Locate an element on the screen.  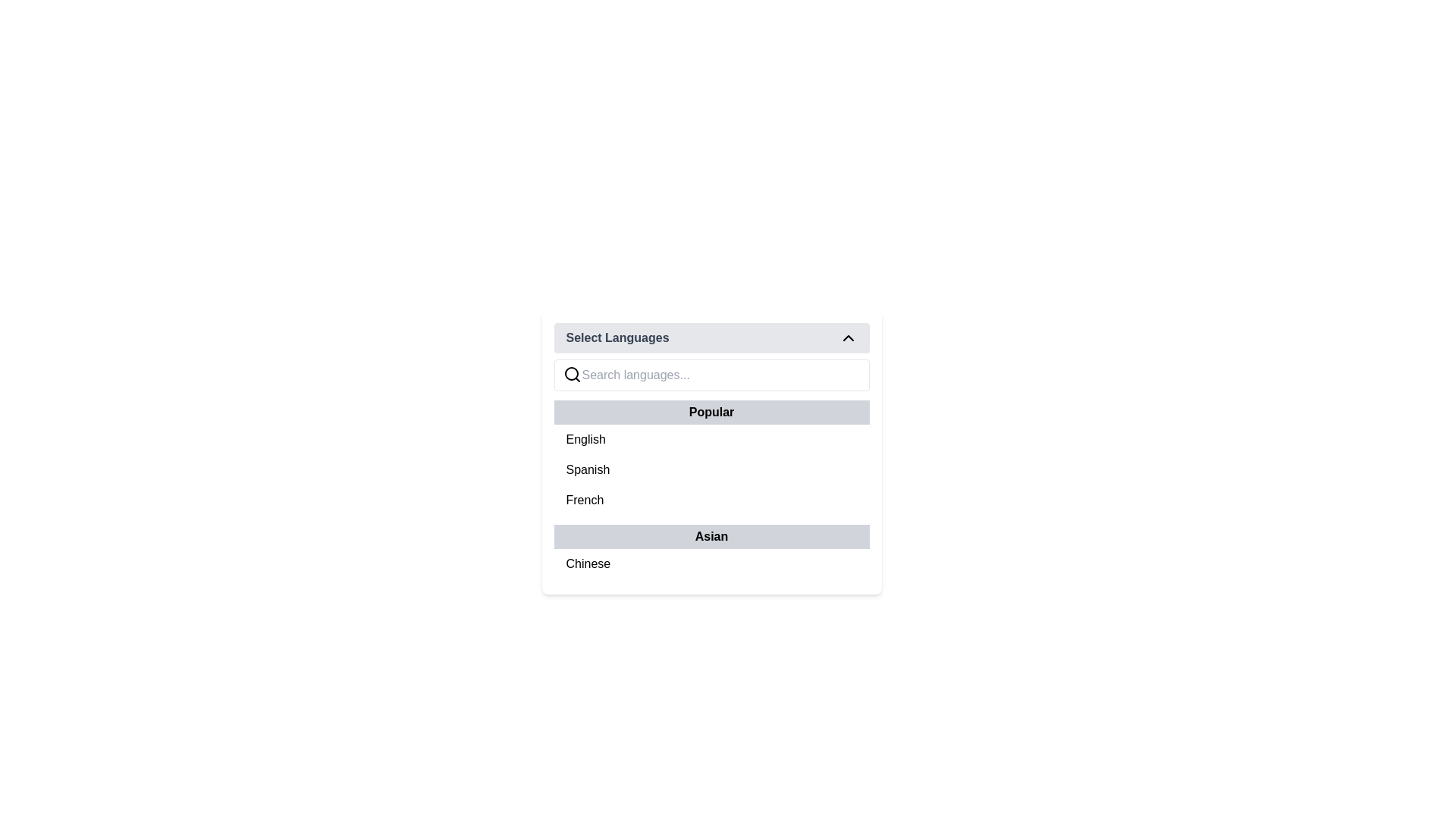
the 'Chinese' text option in the dropdown menu is located at coordinates (587, 564).